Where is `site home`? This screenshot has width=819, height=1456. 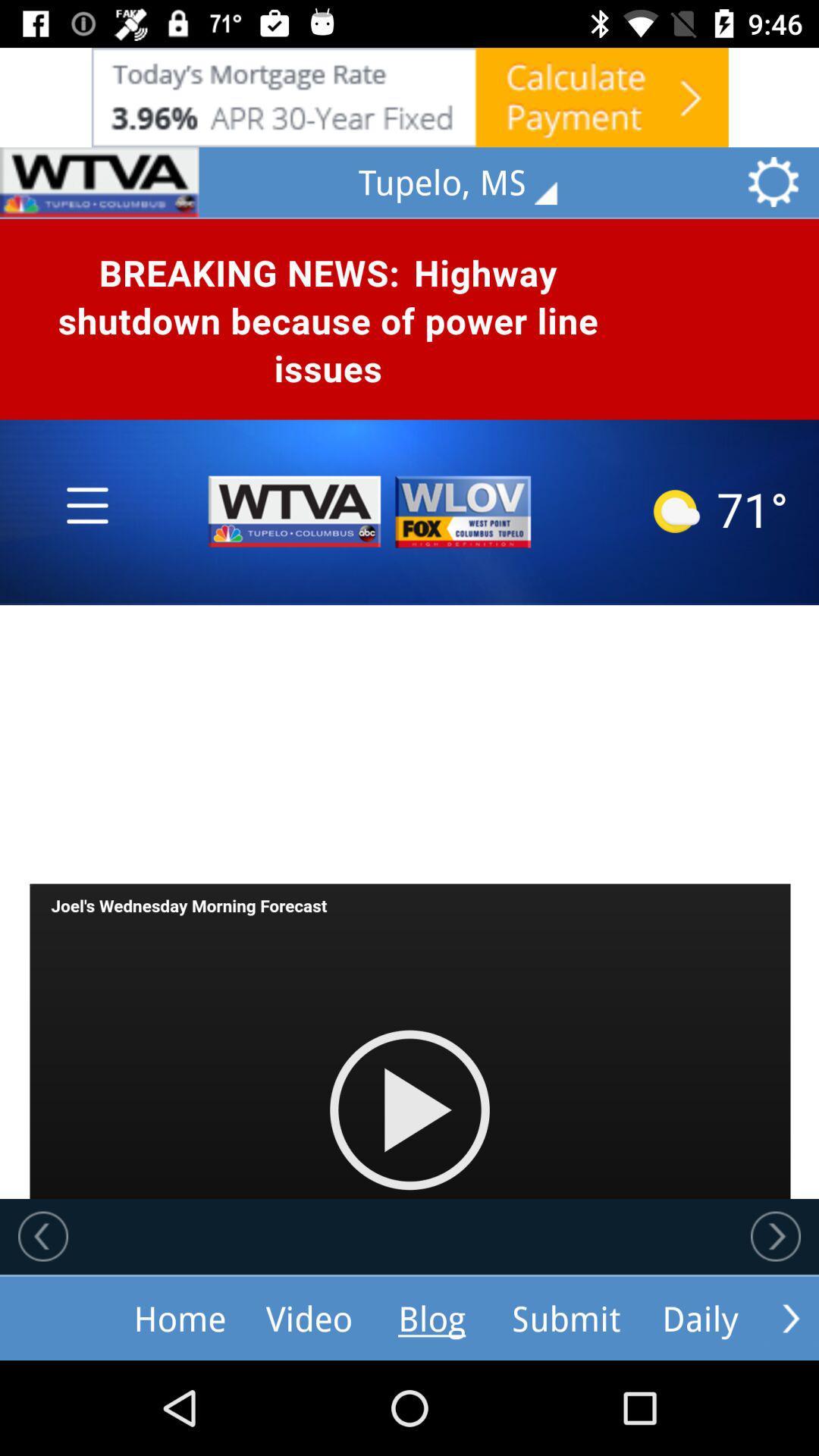
site home is located at coordinates (99, 182).